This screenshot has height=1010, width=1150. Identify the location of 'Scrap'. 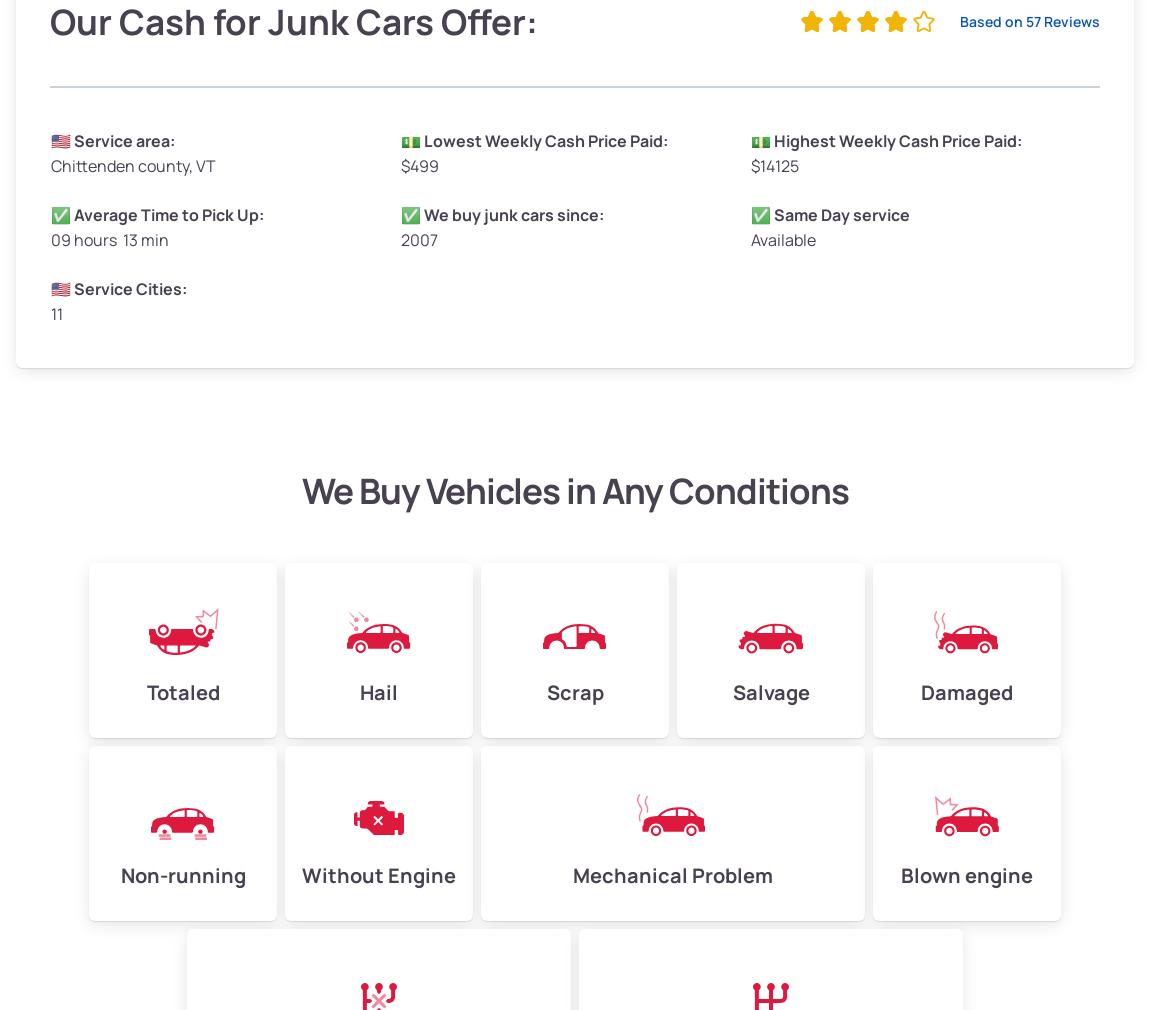
(574, 691).